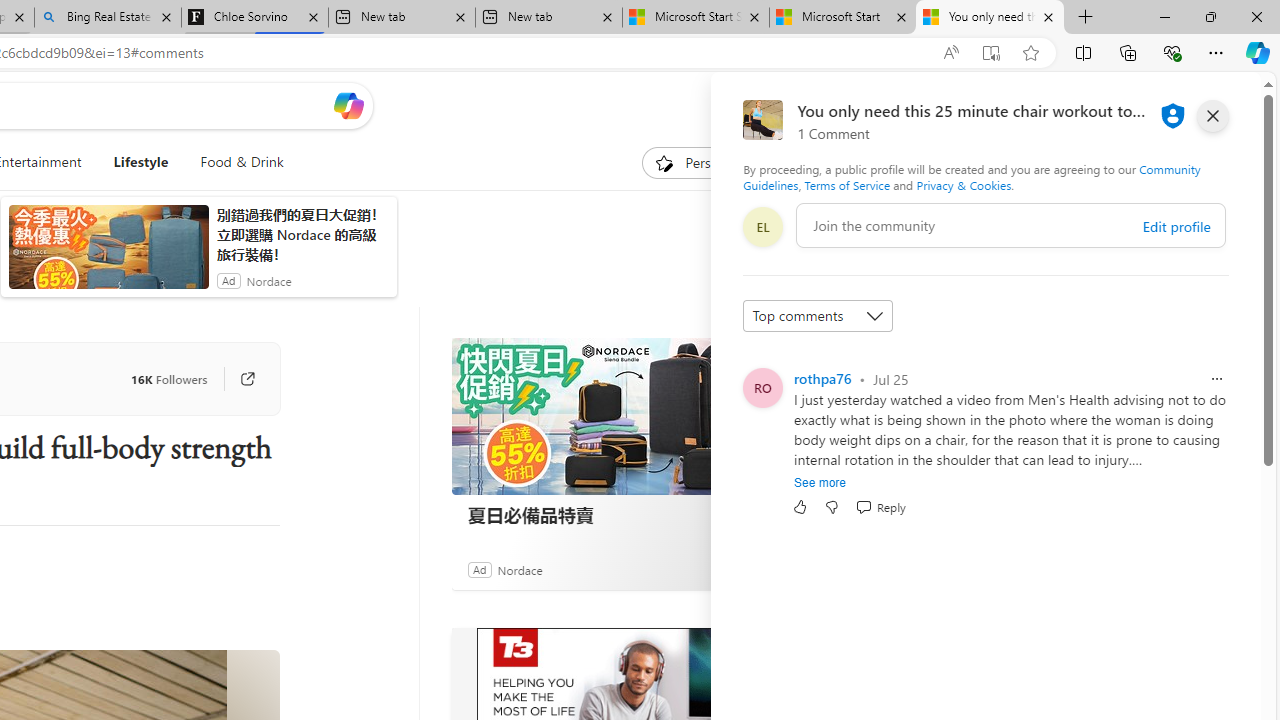 The image size is (1280, 720). What do you see at coordinates (240, 162) in the screenshot?
I see `'Food & Drink'` at bounding box center [240, 162].